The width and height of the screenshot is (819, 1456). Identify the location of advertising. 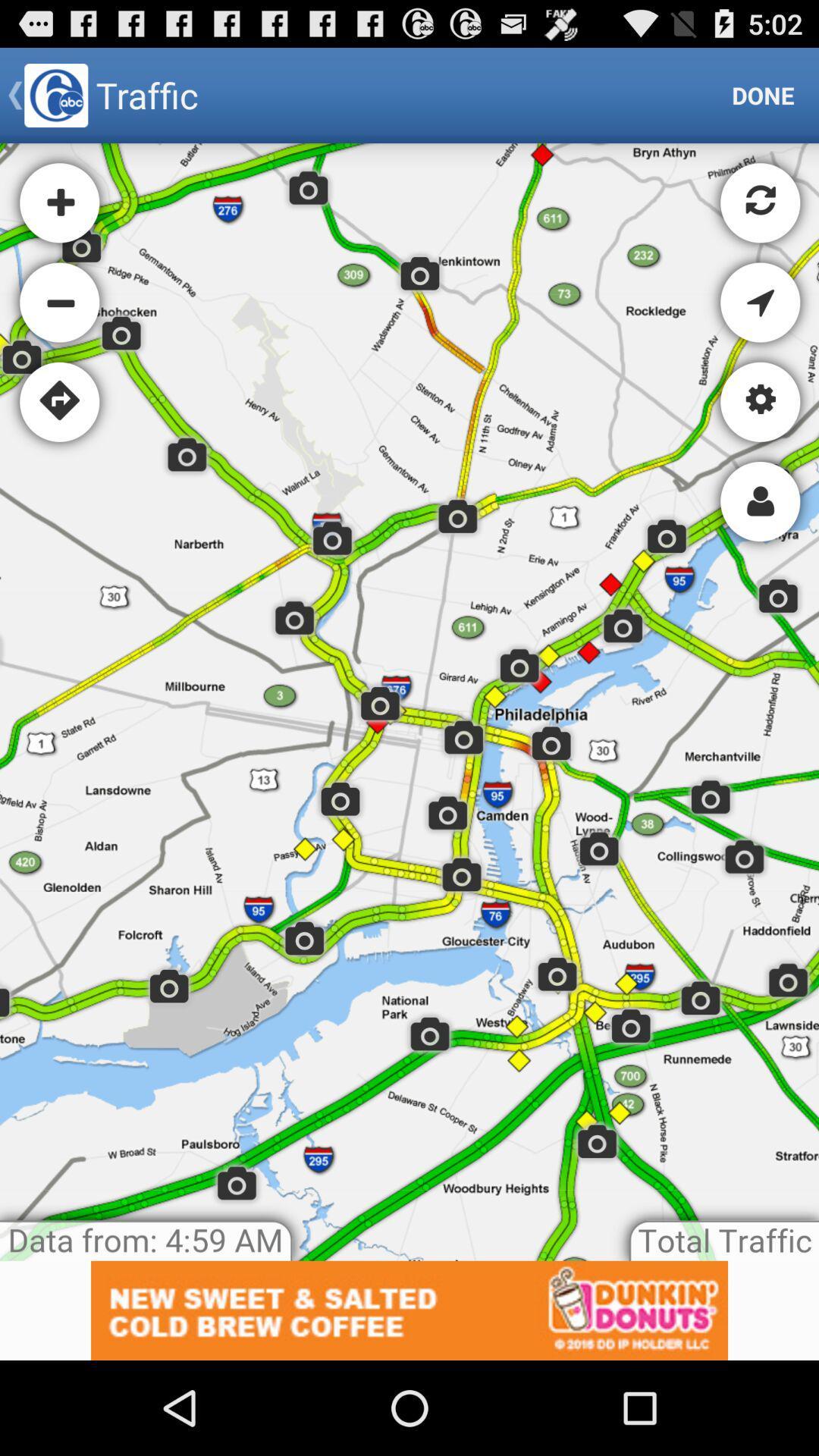
(409, 1310).